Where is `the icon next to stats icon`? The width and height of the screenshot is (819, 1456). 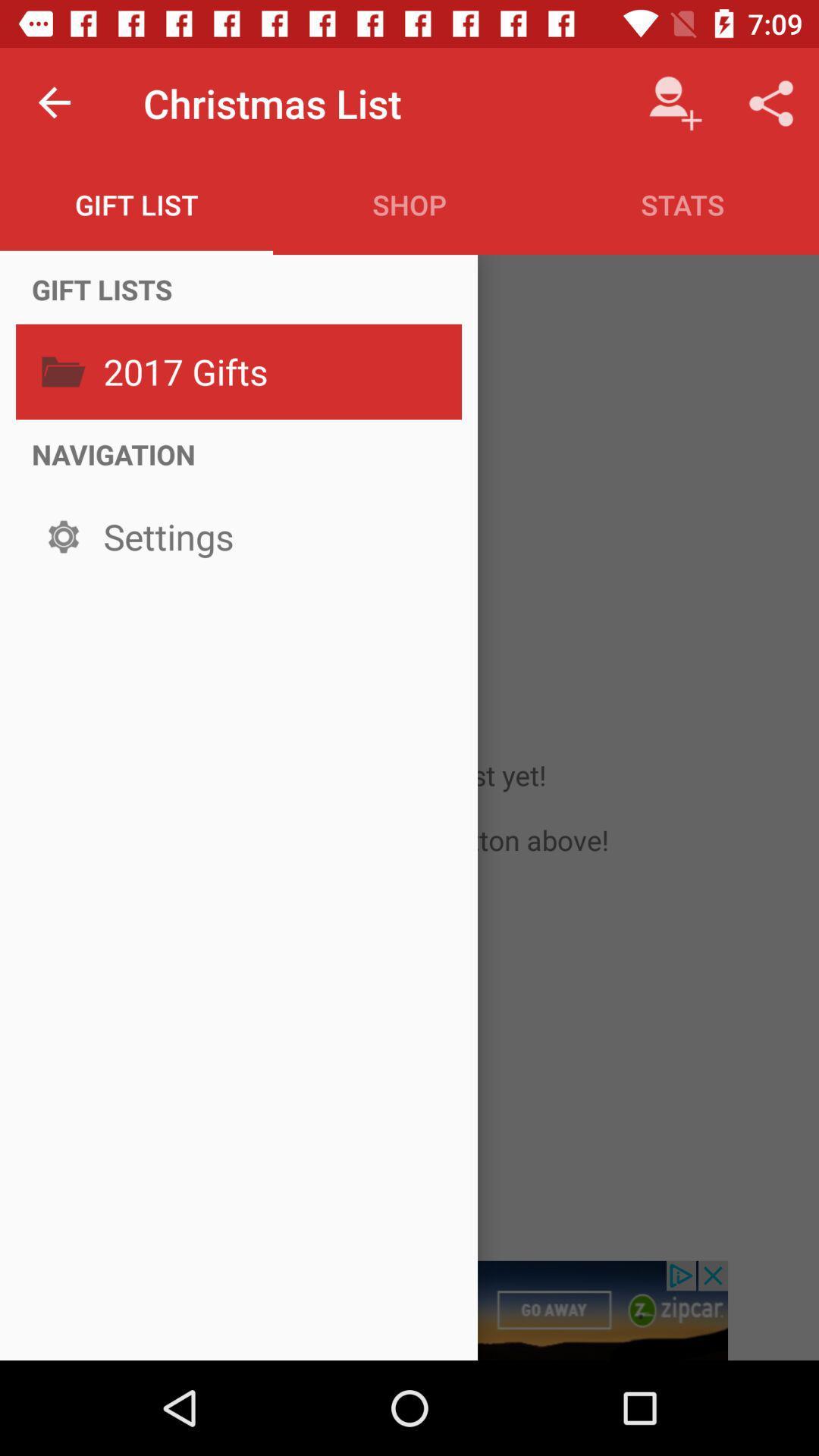 the icon next to stats icon is located at coordinates (409, 204).